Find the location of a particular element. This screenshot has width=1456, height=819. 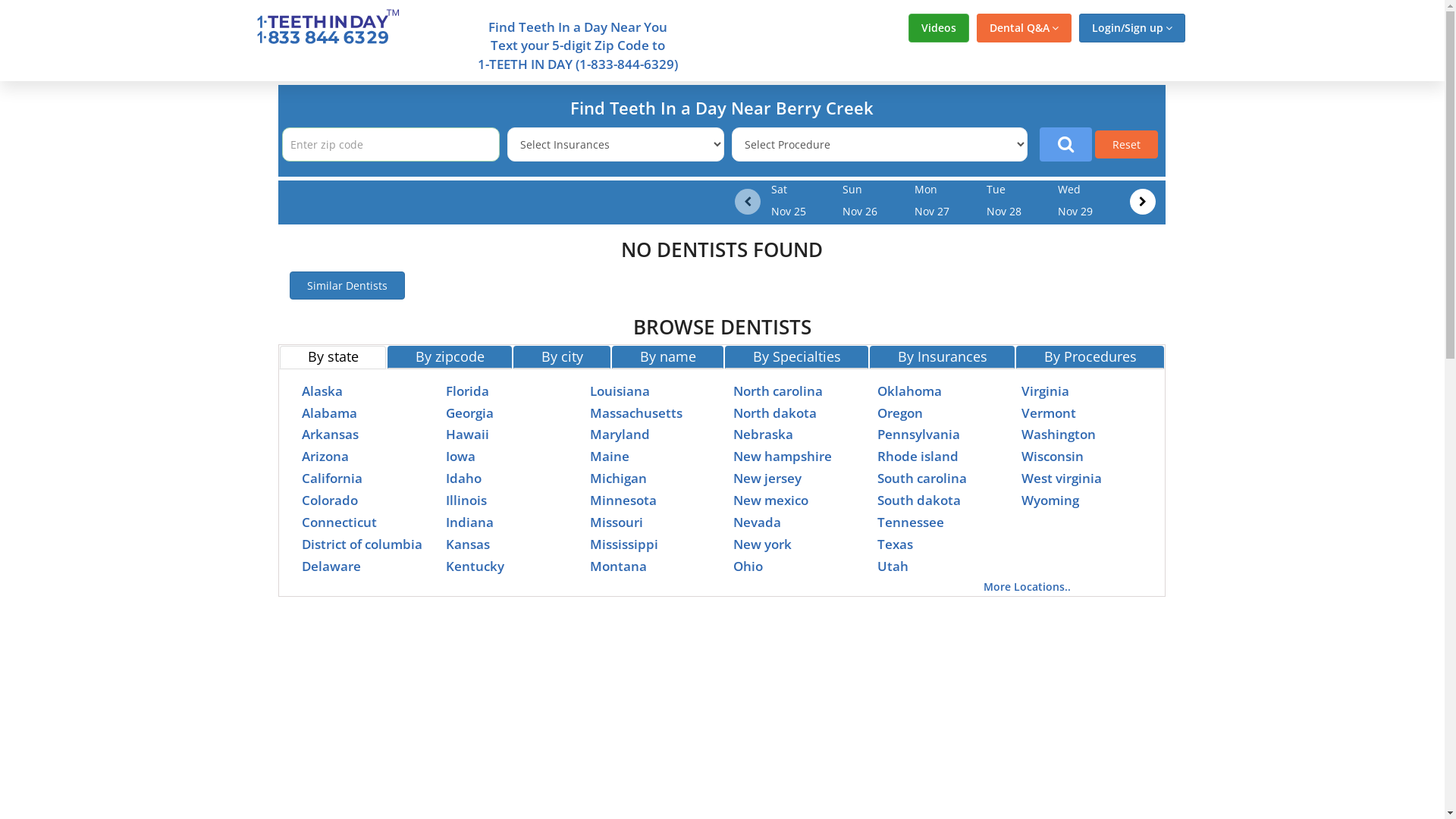

'Hawaii' is located at coordinates (466, 434).